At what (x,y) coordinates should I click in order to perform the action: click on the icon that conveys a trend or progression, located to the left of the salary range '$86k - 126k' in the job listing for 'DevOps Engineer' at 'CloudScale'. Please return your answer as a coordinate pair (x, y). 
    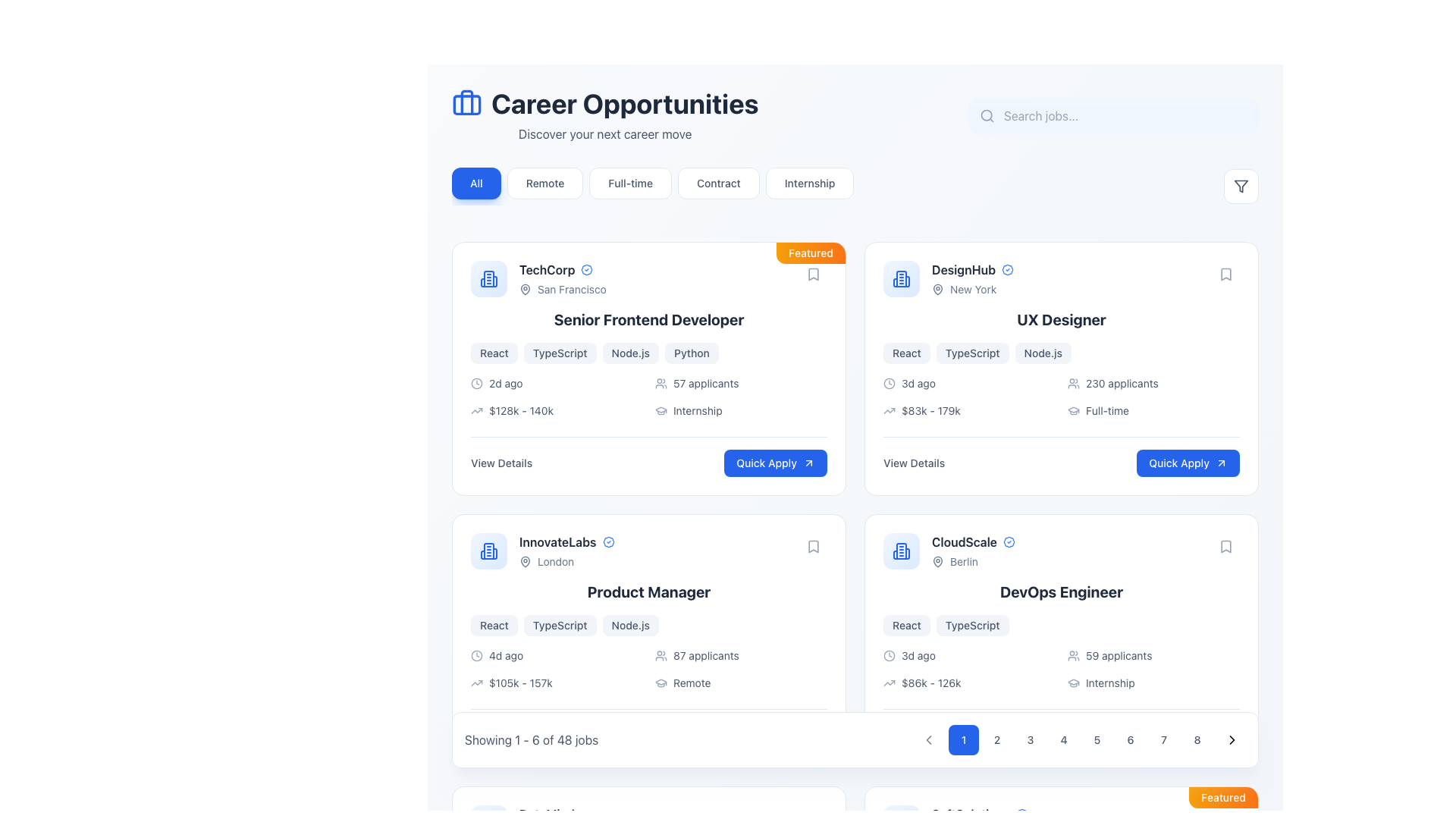
    Looking at the image, I should click on (889, 683).